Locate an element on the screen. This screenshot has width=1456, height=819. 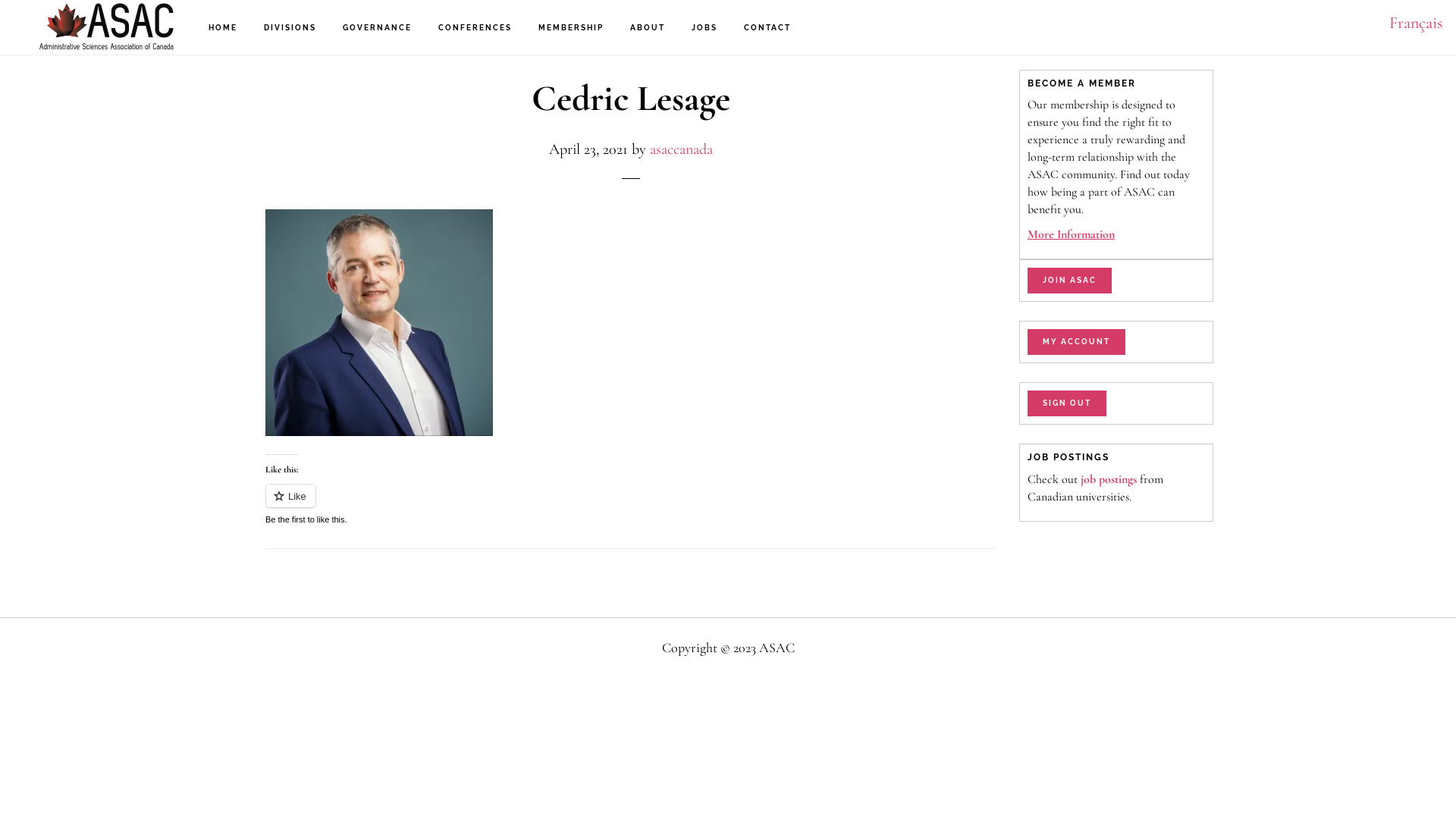
'ASAC' is located at coordinates (97, 27).